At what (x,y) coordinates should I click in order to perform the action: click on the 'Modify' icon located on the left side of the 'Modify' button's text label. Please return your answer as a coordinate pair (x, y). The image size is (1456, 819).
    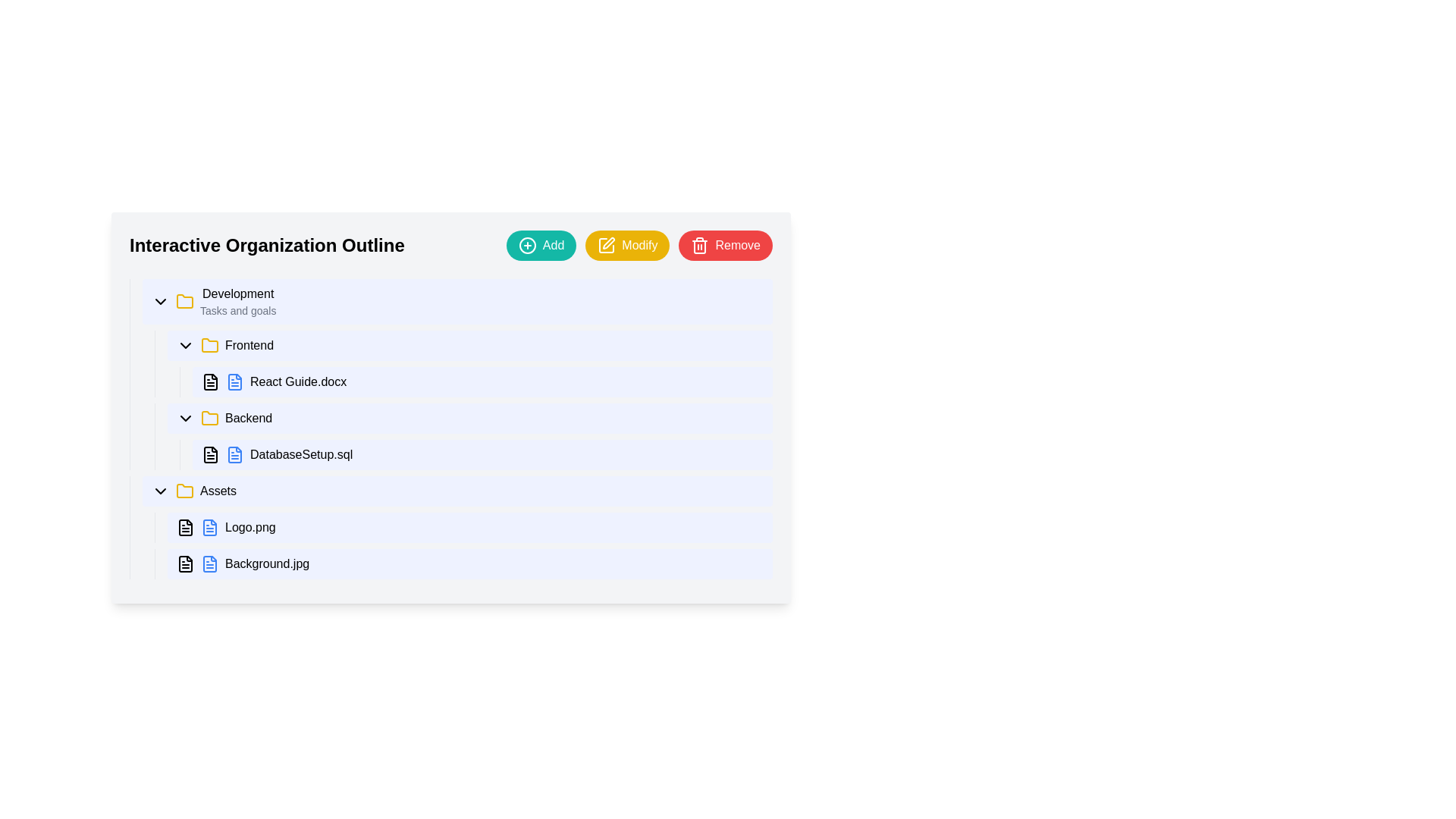
    Looking at the image, I should click on (607, 245).